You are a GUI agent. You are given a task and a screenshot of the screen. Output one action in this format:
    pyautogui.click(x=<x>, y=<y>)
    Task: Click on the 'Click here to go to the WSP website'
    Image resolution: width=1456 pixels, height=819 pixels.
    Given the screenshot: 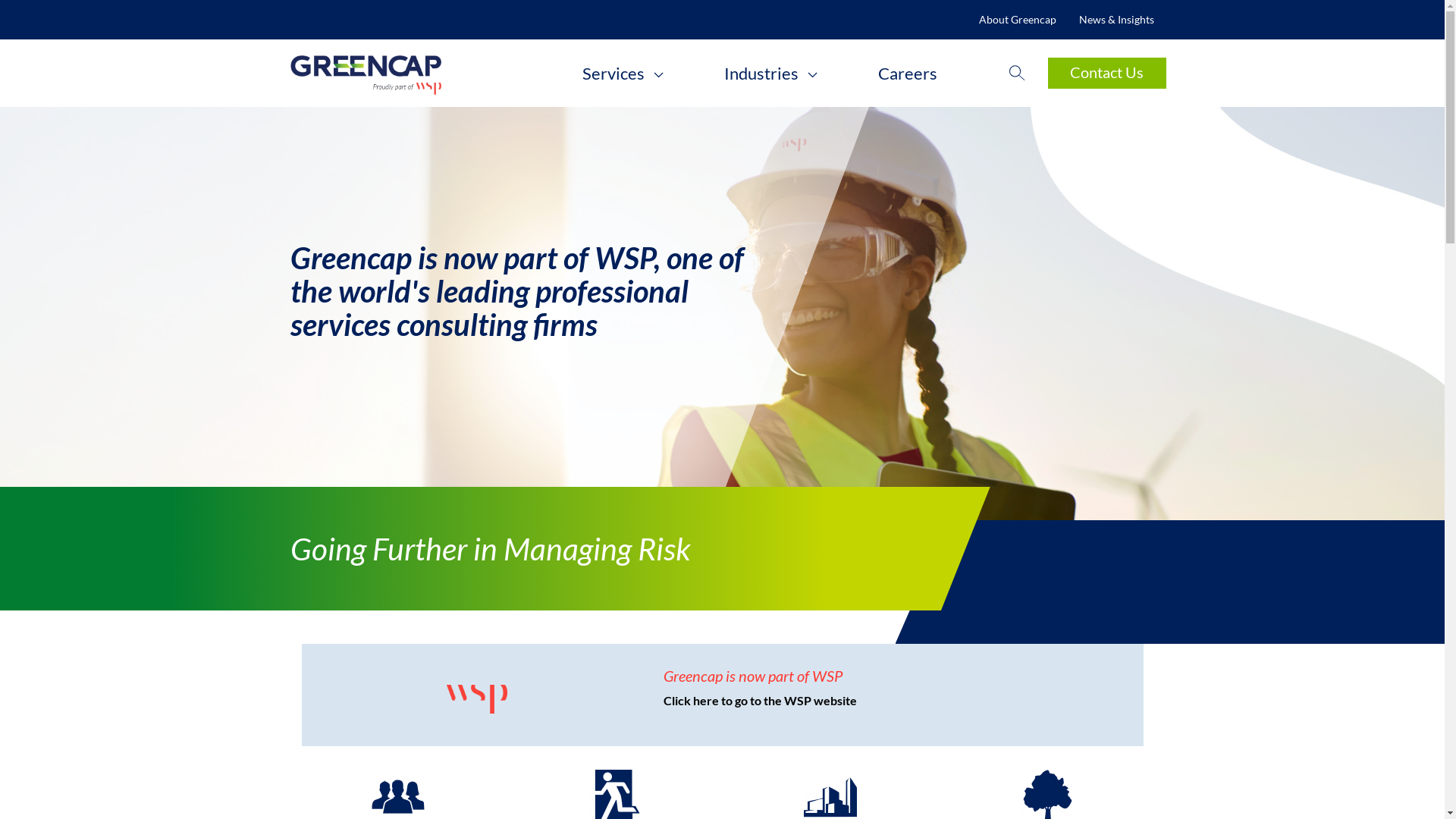 What is the action you would take?
    pyautogui.click(x=663, y=700)
    